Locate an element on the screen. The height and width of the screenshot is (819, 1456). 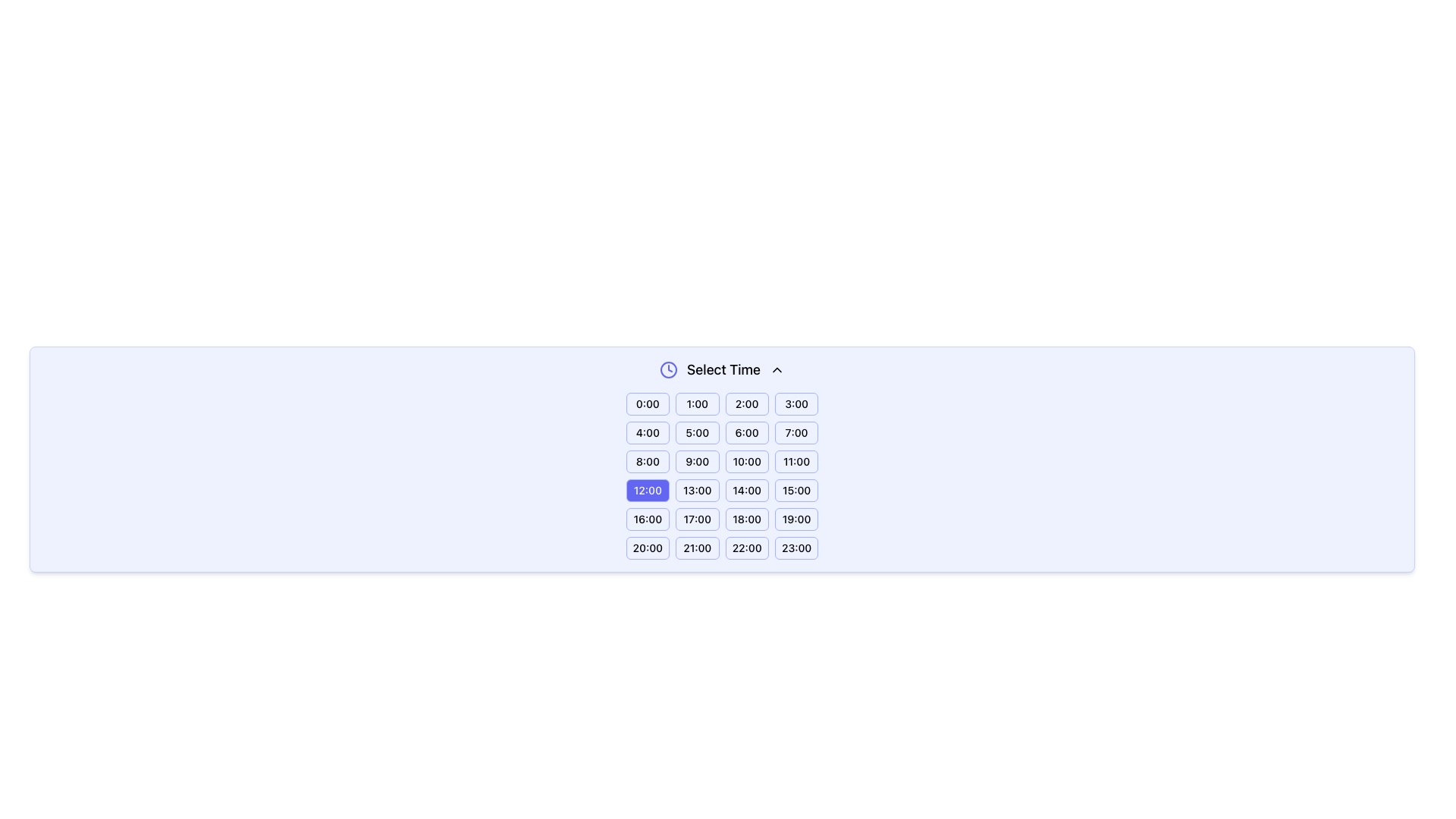
the time slot selector button for '18:00' is located at coordinates (747, 519).